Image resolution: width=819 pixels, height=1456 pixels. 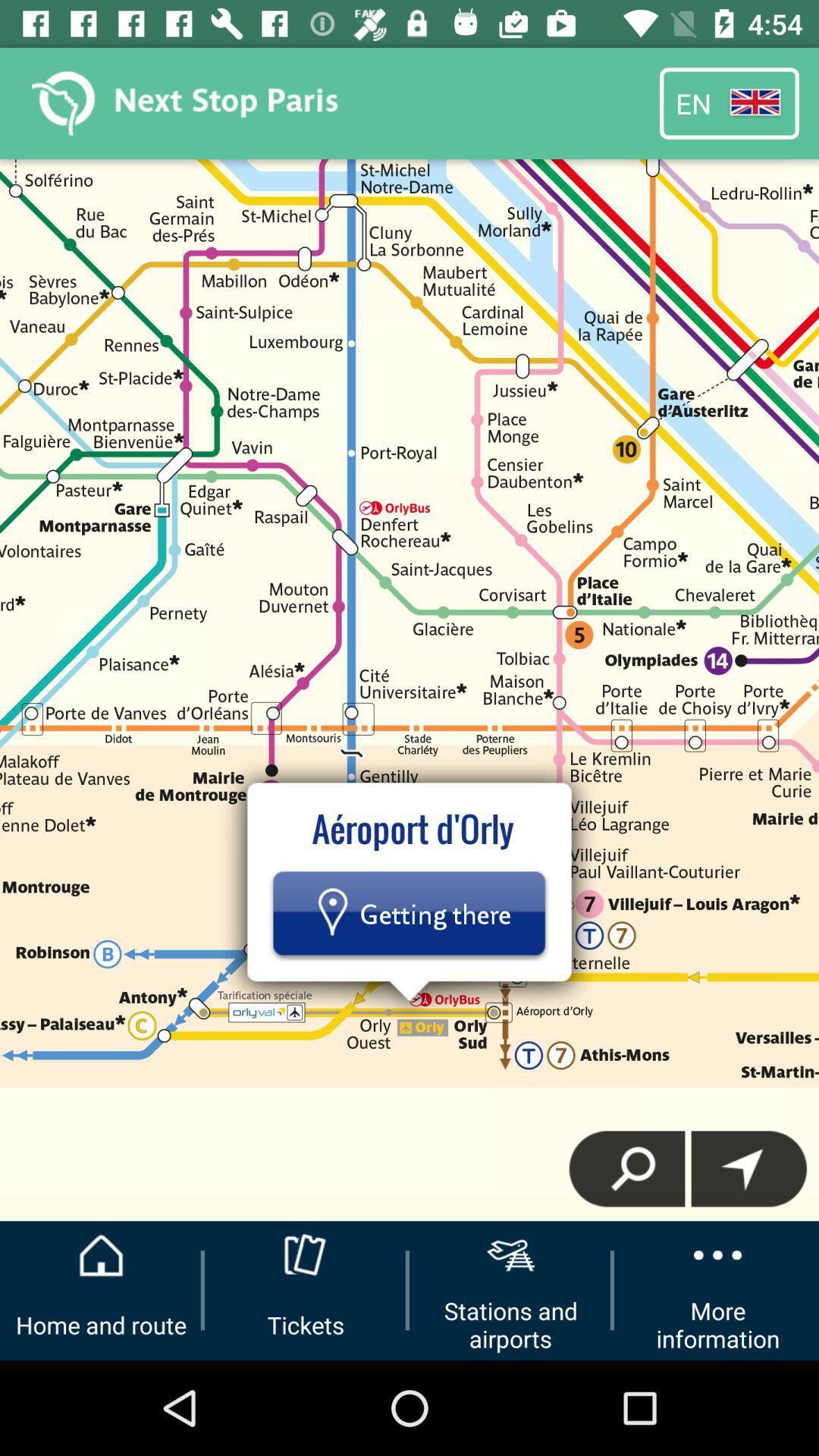 What do you see at coordinates (626, 1169) in the screenshot?
I see `the search icon` at bounding box center [626, 1169].